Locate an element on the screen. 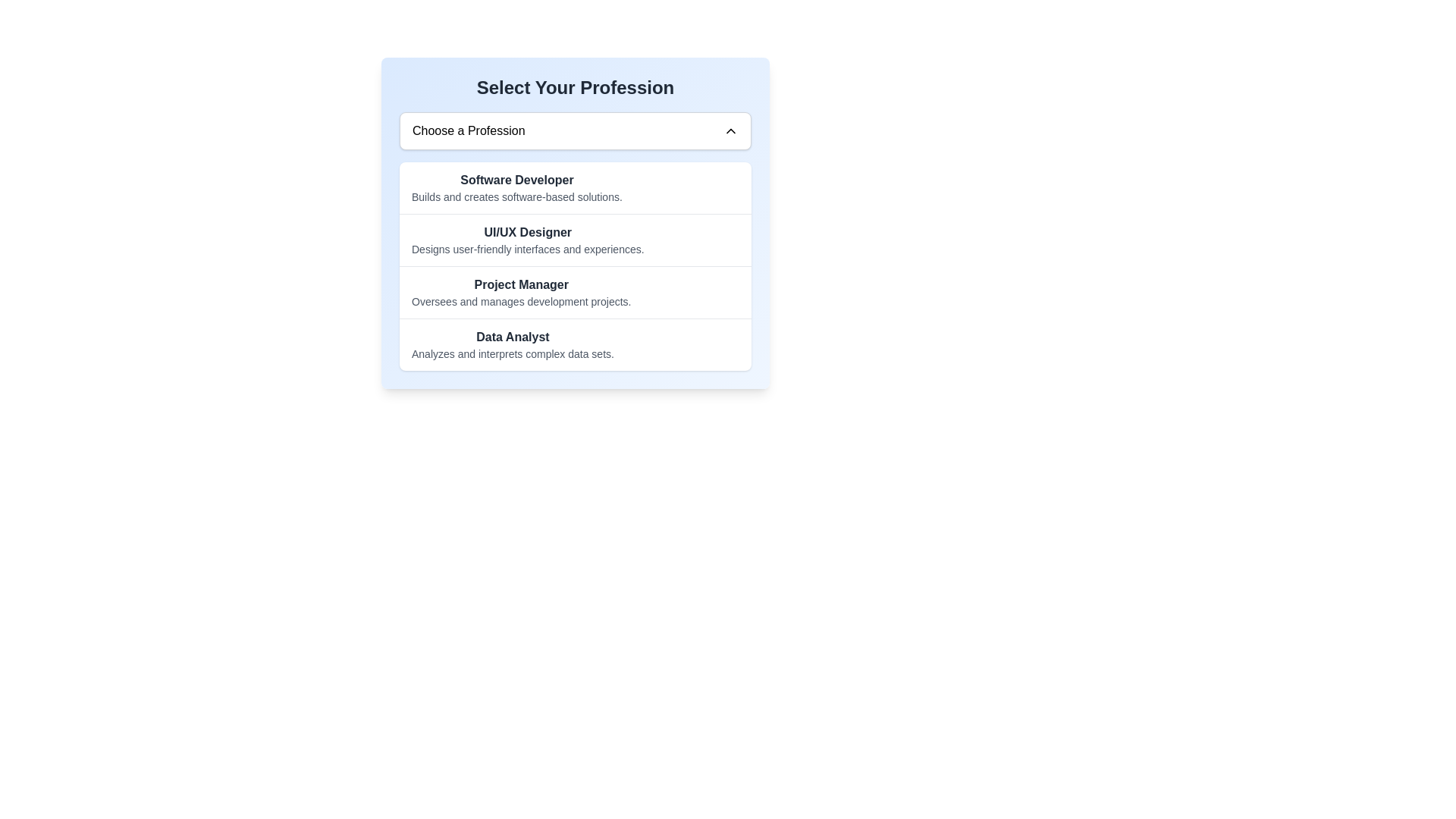 Image resolution: width=1456 pixels, height=819 pixels. the selectable list item labeled 'Project Manager' is located at coordinates (574, 292).